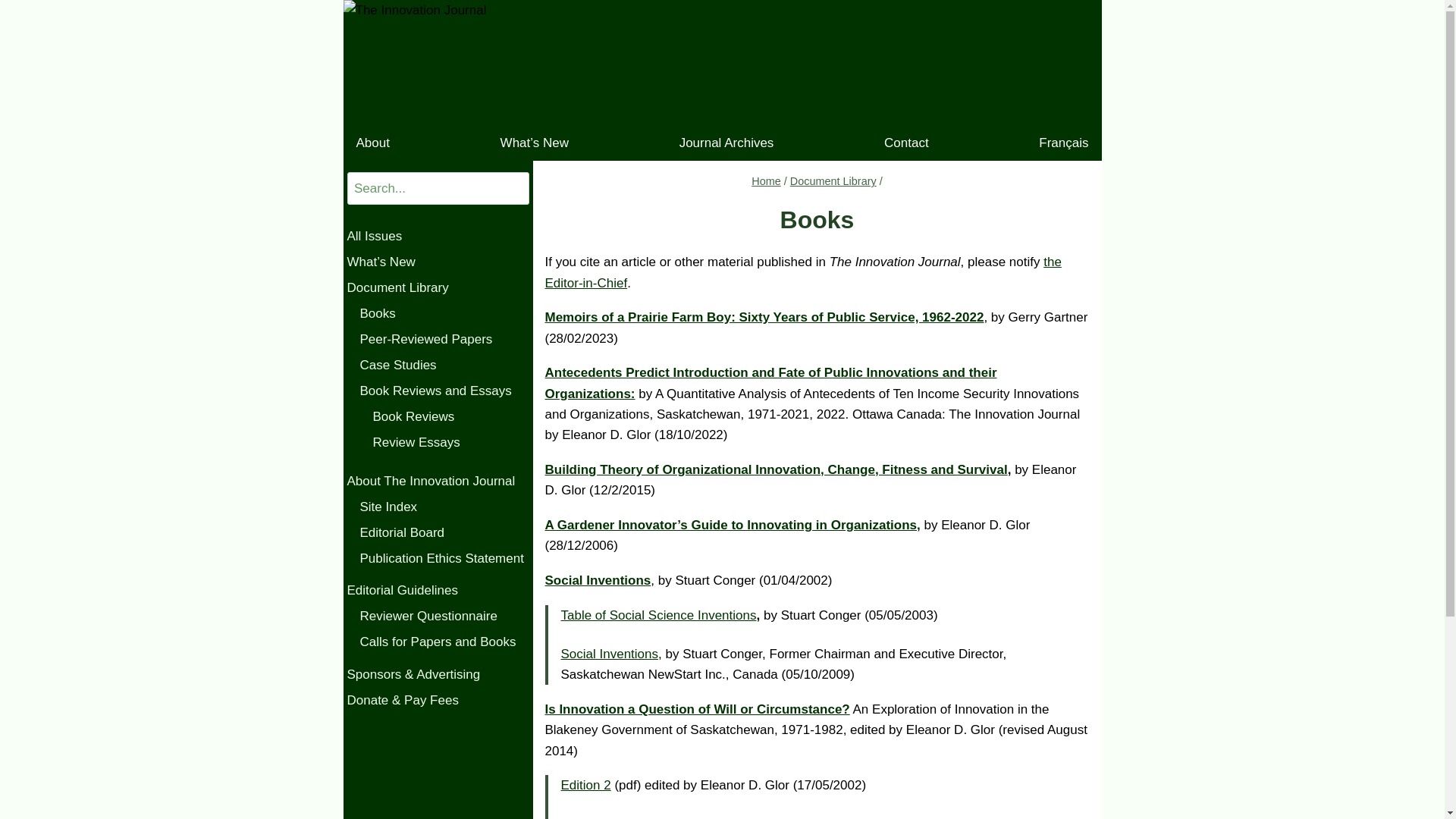 This screenshot has width=1456, height=819. I want to click on 'Publication Ethics Statement', so click(443, 558).